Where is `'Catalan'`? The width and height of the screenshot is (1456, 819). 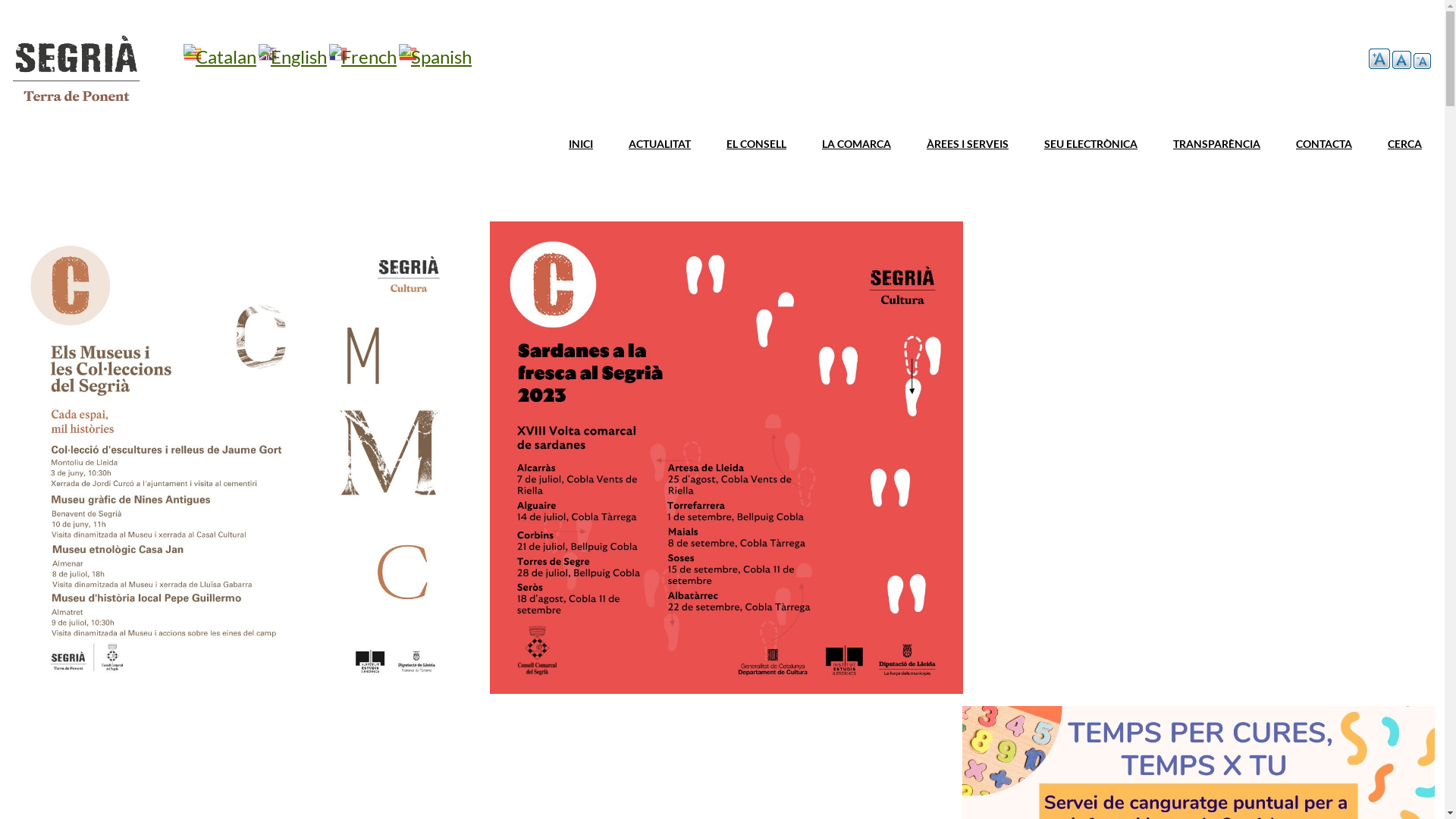
'Catalan' is located at coordinates (182, 55).